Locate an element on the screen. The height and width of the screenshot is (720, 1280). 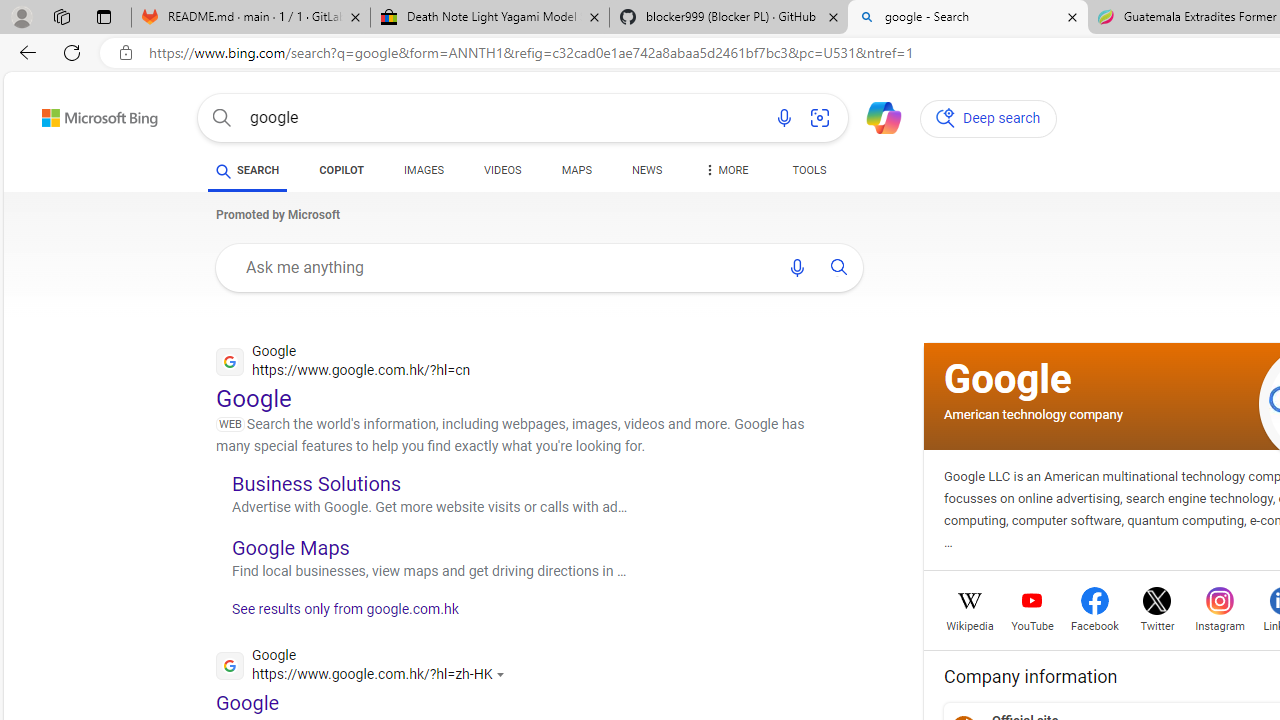
'COPILOT' is located at coordinates (341, 172).